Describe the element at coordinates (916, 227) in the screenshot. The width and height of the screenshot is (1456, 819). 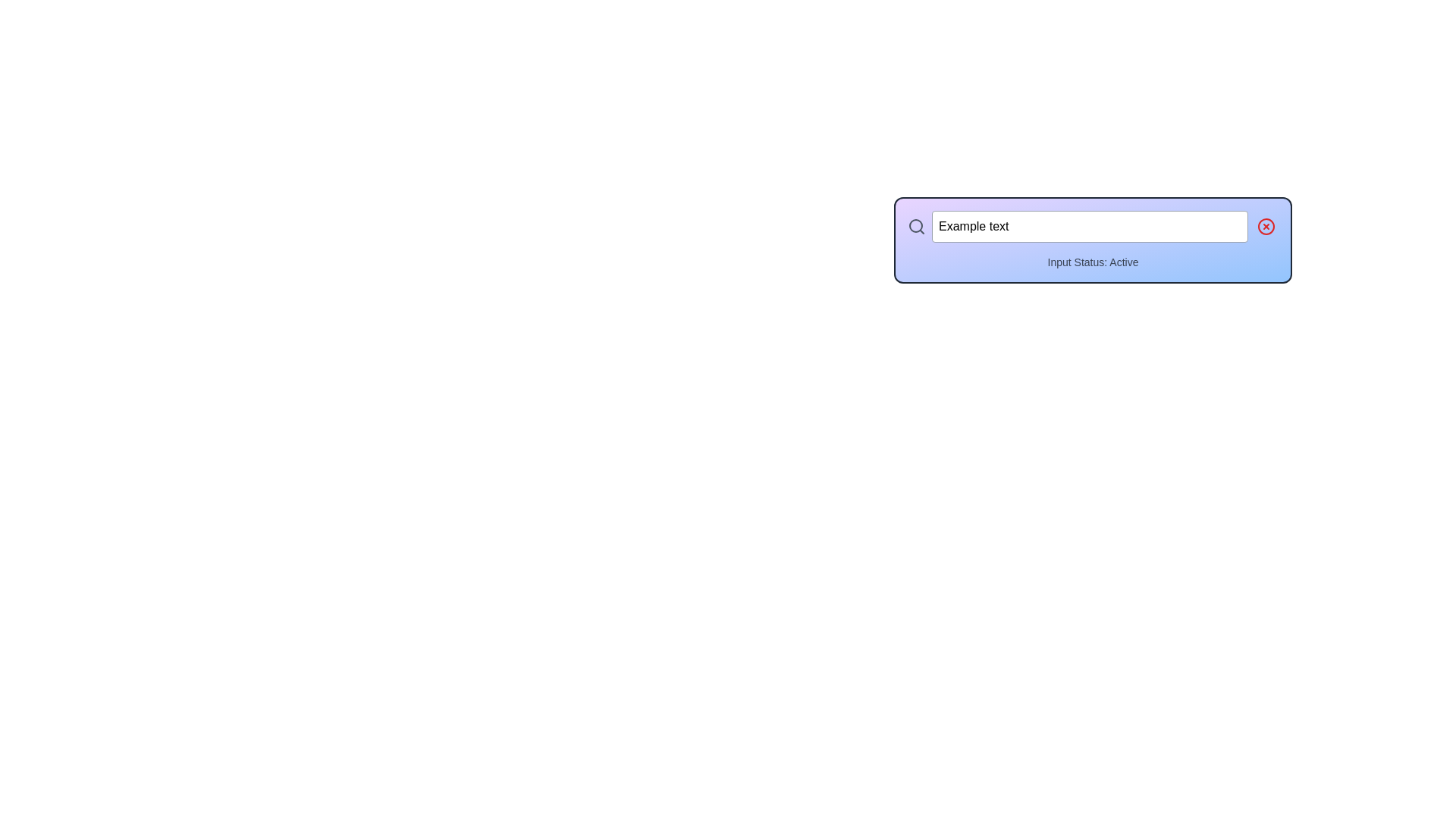
I see `the search icon located to the left of the text input field with placeholder text 'Enter search query...'` at that location.